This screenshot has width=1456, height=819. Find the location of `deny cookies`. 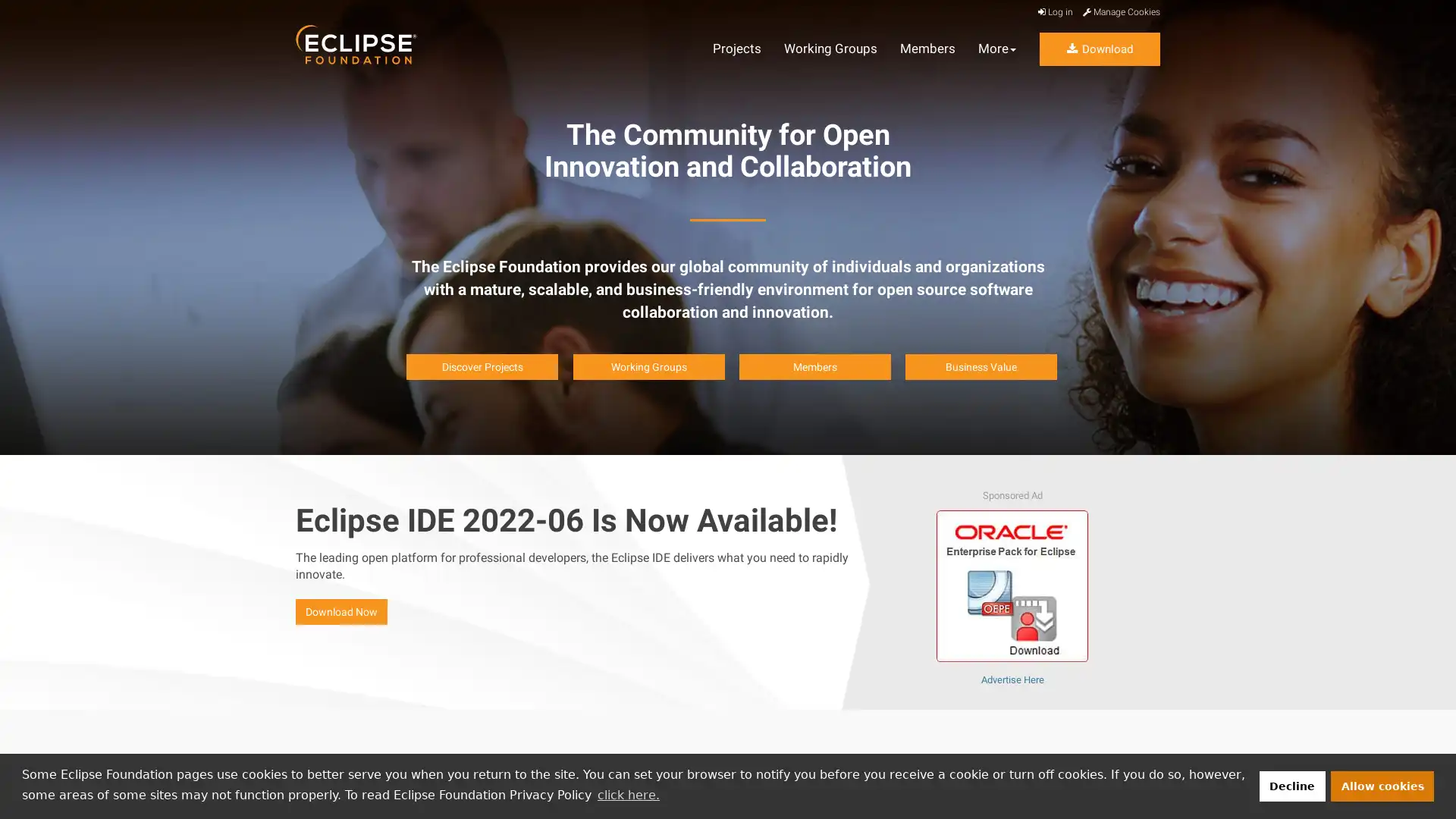

deny cookies is located at coordinates (1291, 785).